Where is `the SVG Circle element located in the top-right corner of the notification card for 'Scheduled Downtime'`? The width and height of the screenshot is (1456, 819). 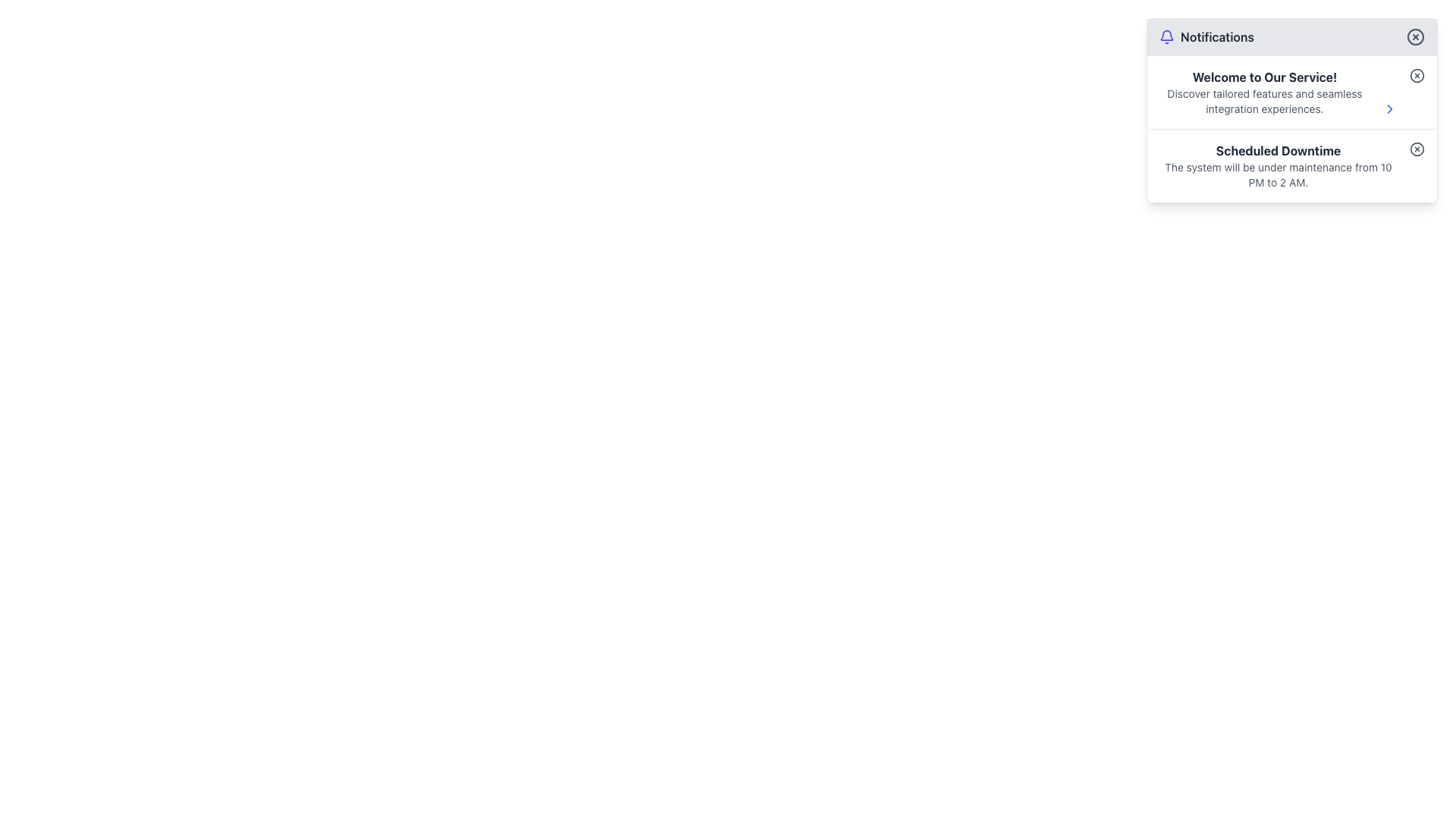
the SVG Circle element located in the top-right corner of the notification card for 'Scheduled Downtime' is located at coordinates (1416, 149).